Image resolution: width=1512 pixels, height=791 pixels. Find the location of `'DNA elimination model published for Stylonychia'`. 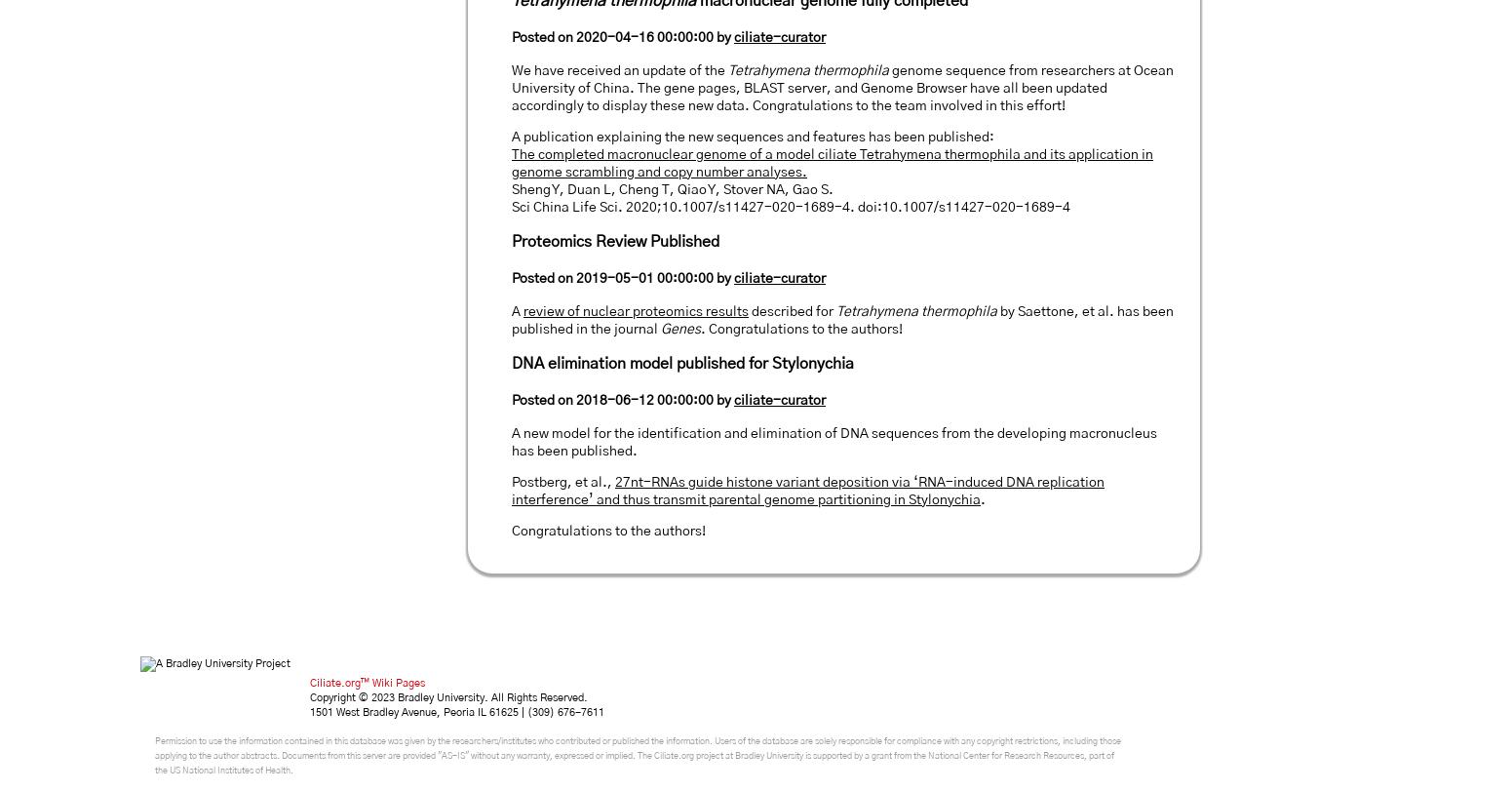

'DNA elimination model published for Stylonychia' is located at coordinates (512, 363).